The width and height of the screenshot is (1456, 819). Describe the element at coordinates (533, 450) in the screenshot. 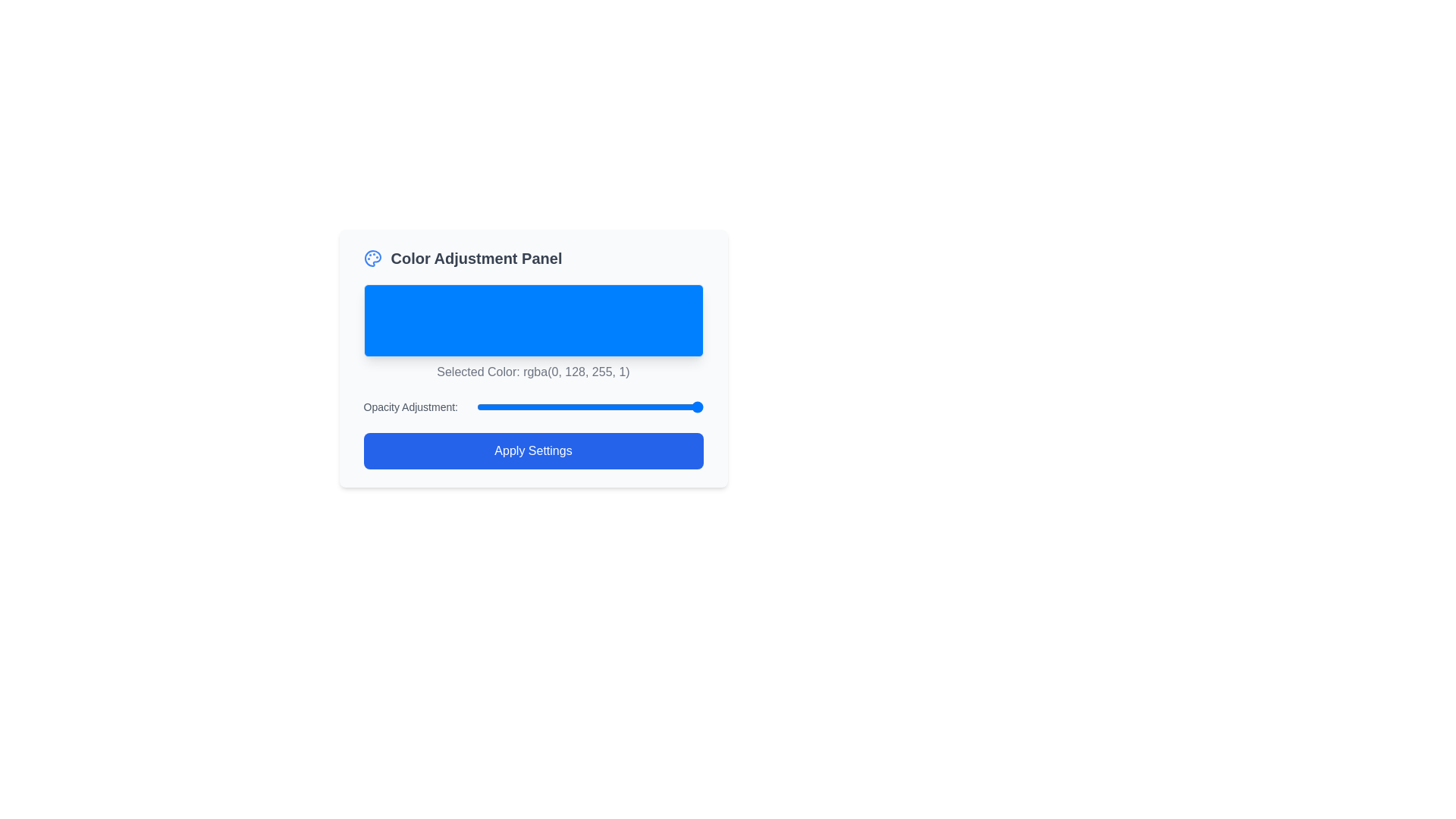

I see `the 'Apply Settings' button located at the bottom of the 'Color Adjustment Panel'` at that location.